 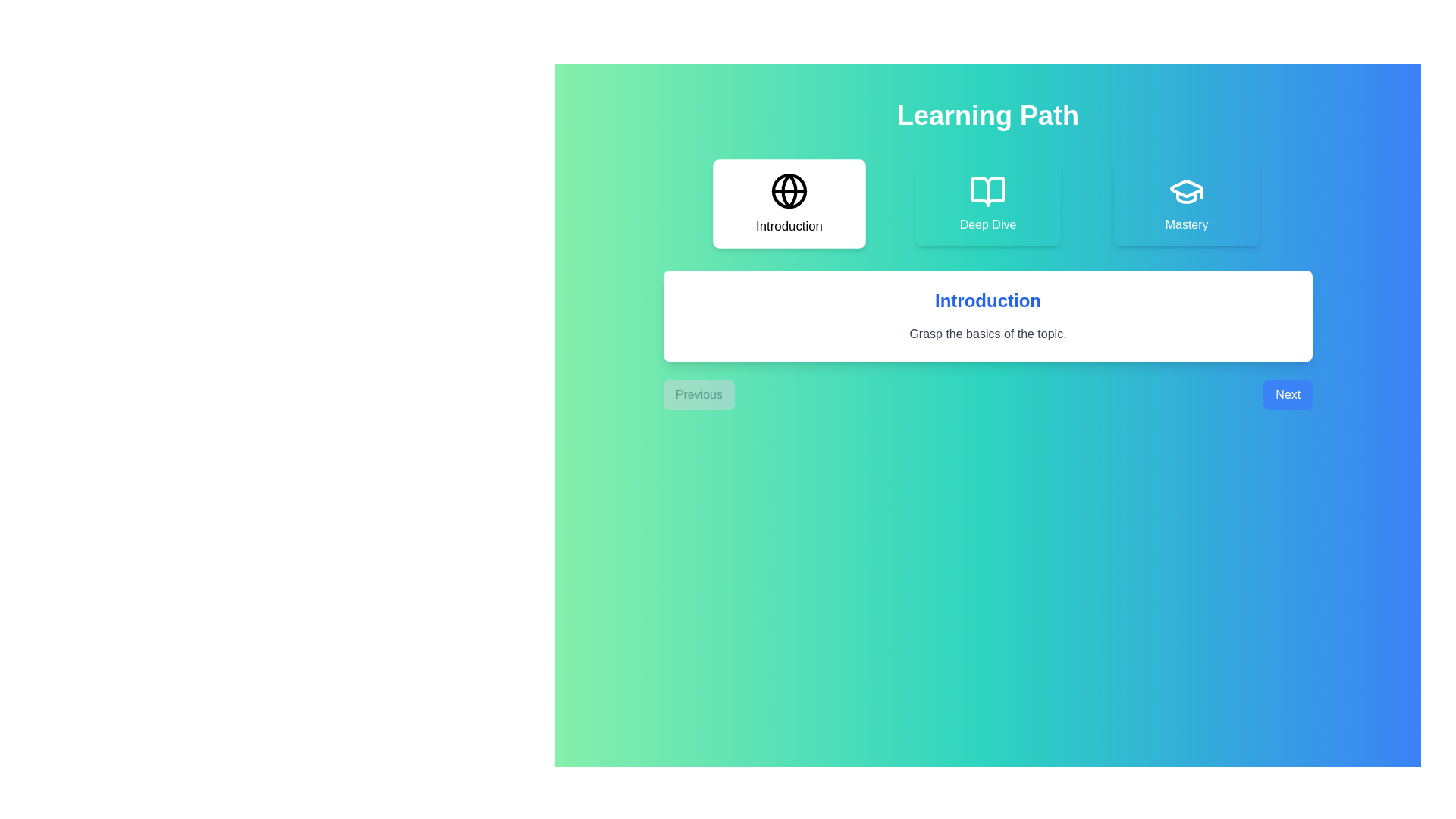 I want to click on the stage header labeled 'Introduction' to navigate to that stage, so click(x=789, y=203).